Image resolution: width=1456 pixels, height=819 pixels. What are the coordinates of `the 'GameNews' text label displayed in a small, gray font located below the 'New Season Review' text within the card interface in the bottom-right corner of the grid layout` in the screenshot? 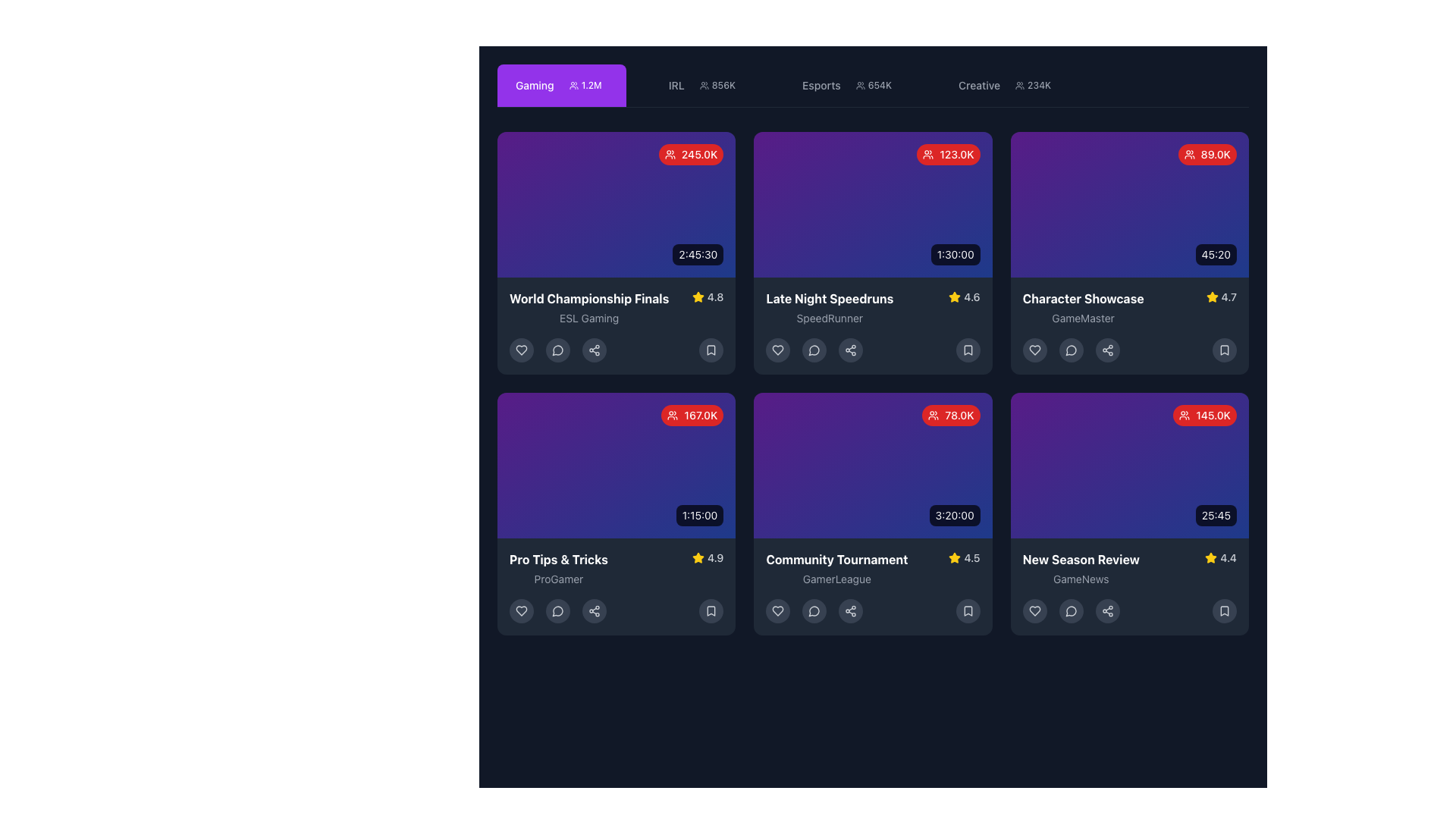 It's located at (1080, 579).